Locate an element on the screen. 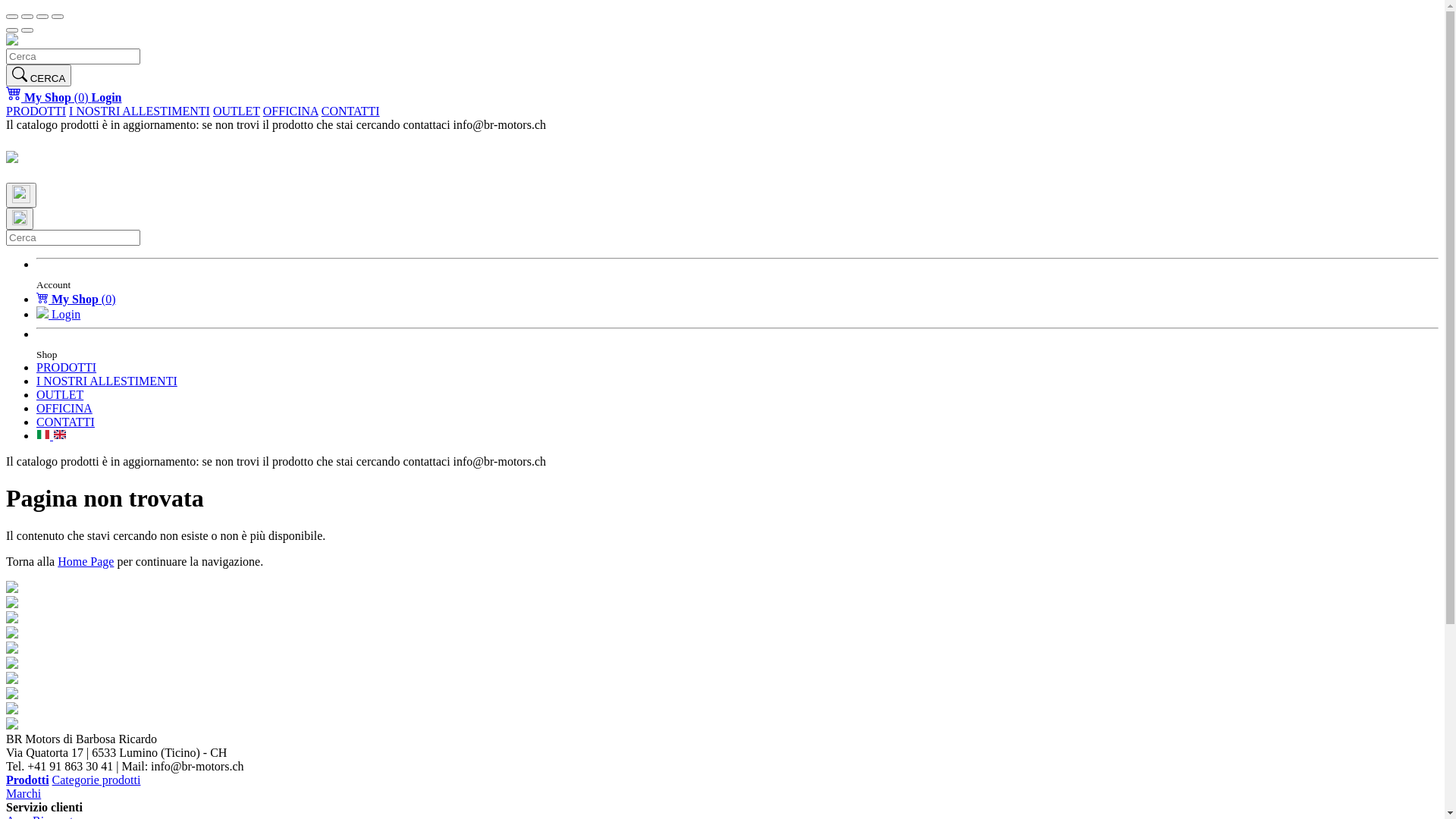 The height and width of the screenshot is (819, 1456). 'Marchi' is located at coordinates (23, 792).